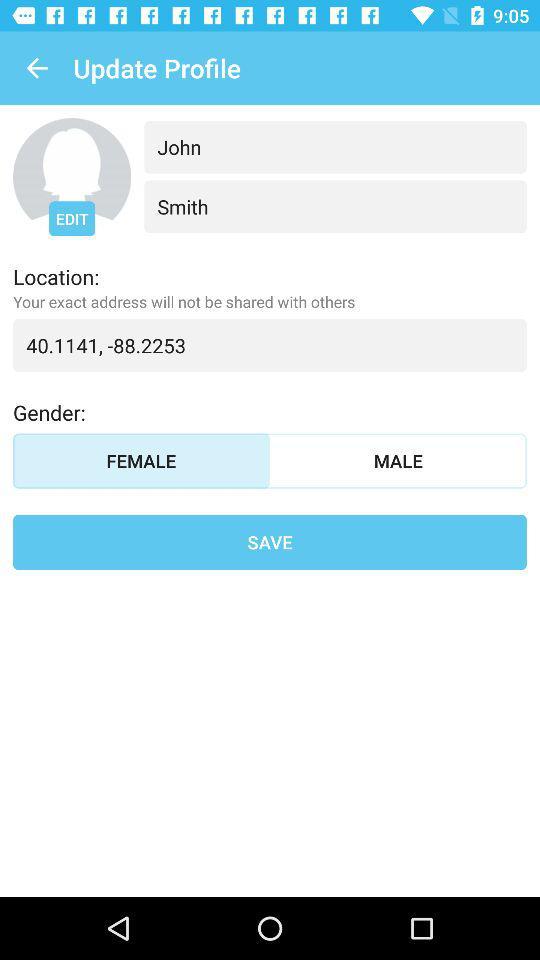  What do you see at coordinates (140, 461) in the screenshot?
I see `item above save` at bounding box center [140, 461].